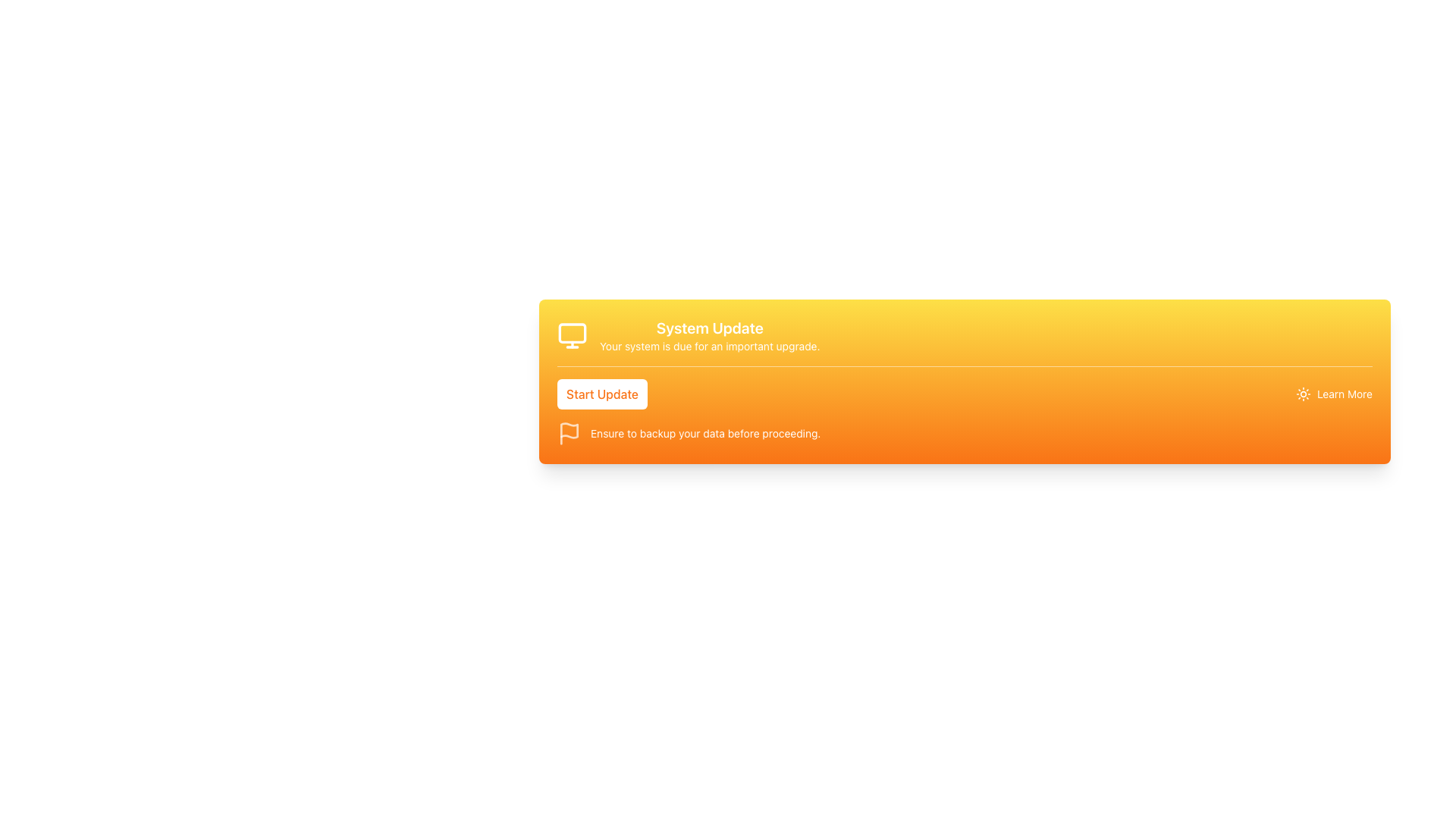  What do you see at coordinates (571, 335) in the screenshot?
I see `the monitor-like icon with a yellow background and white outlines located in the top-left corner of the 'System Update' panel` at bounding box center [571, 335].